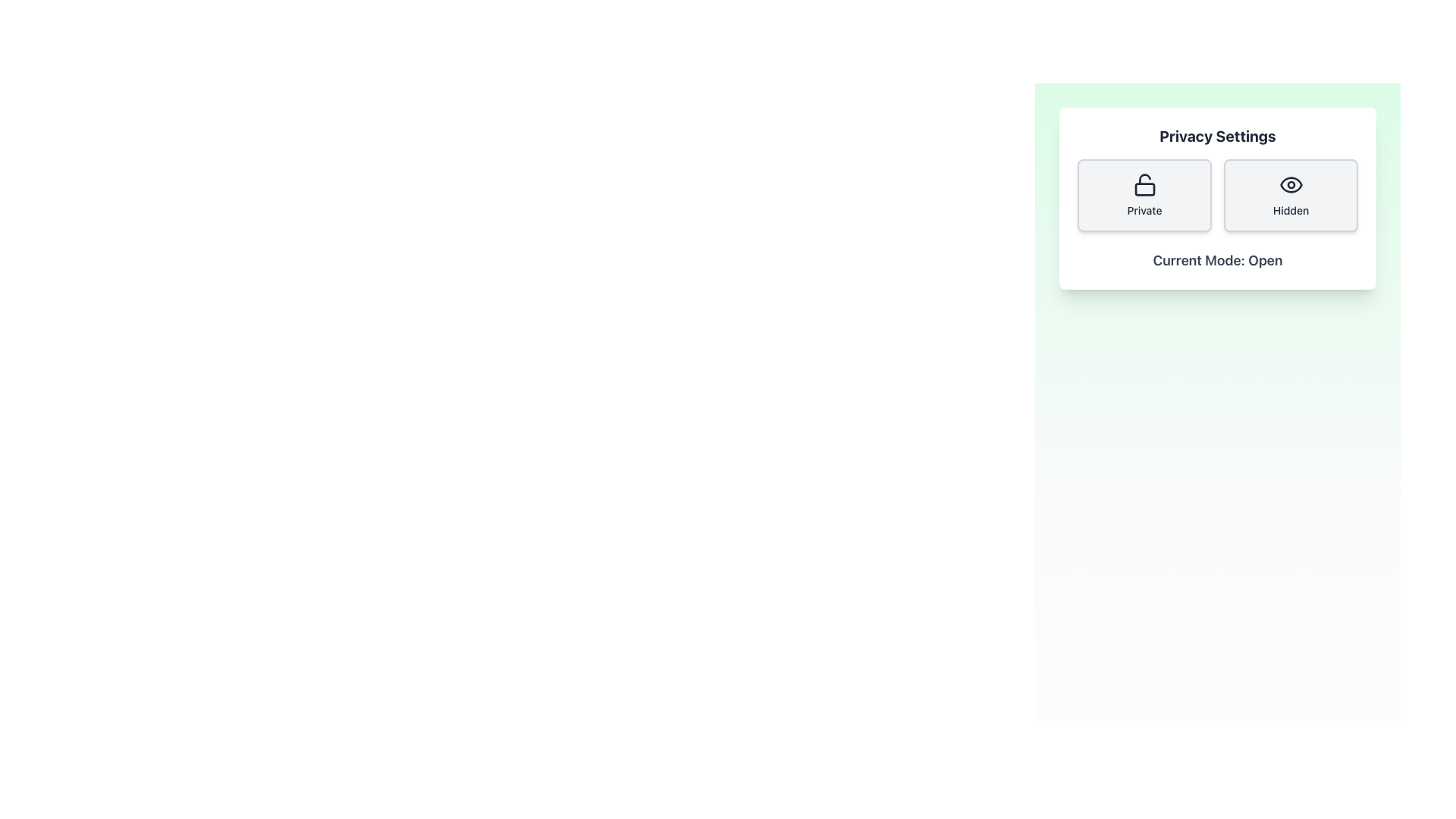 Image resolution: width=1456 pixels, height=819 pixels. Describe the element at coordinates (1218, 259) in the screenshot. I see `the Text Label that displays 'Current Mode: Open', which is styled in bold and subdued gray, located beneath the 'Privacy Settings' heading` at that location.